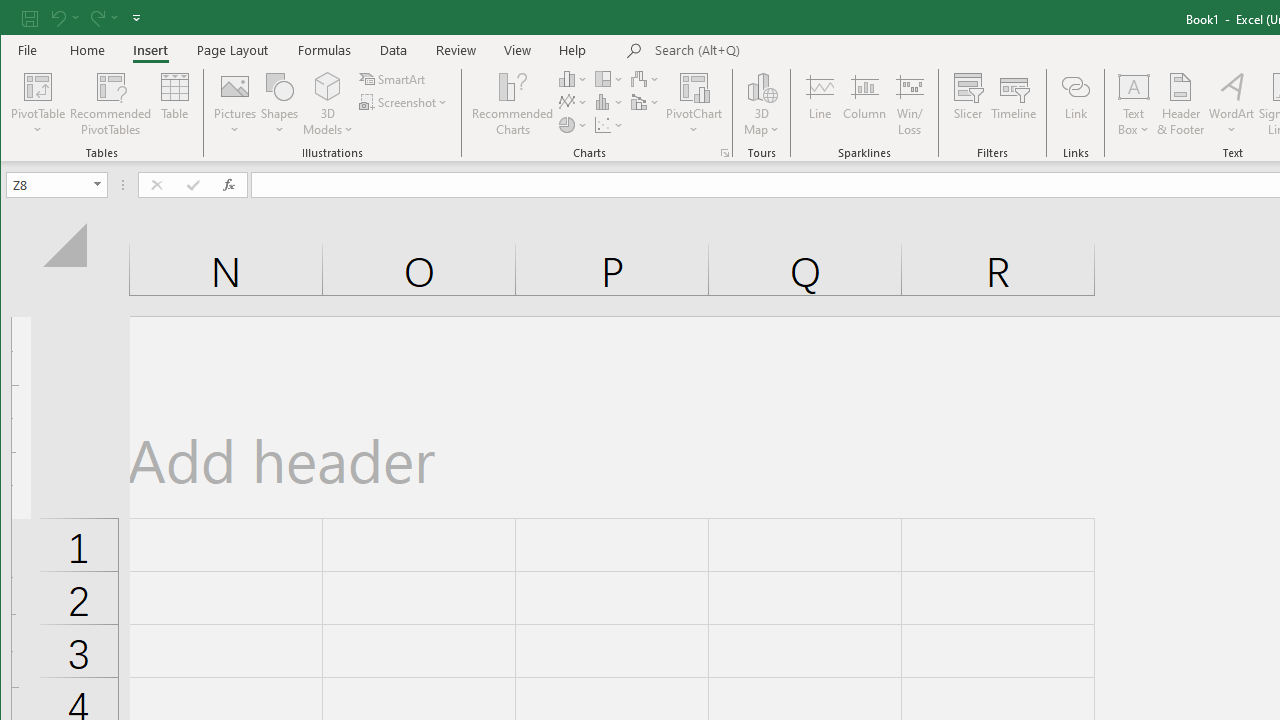  I want to click on 'Insert Column or Bar Chart', so click(572, 78).